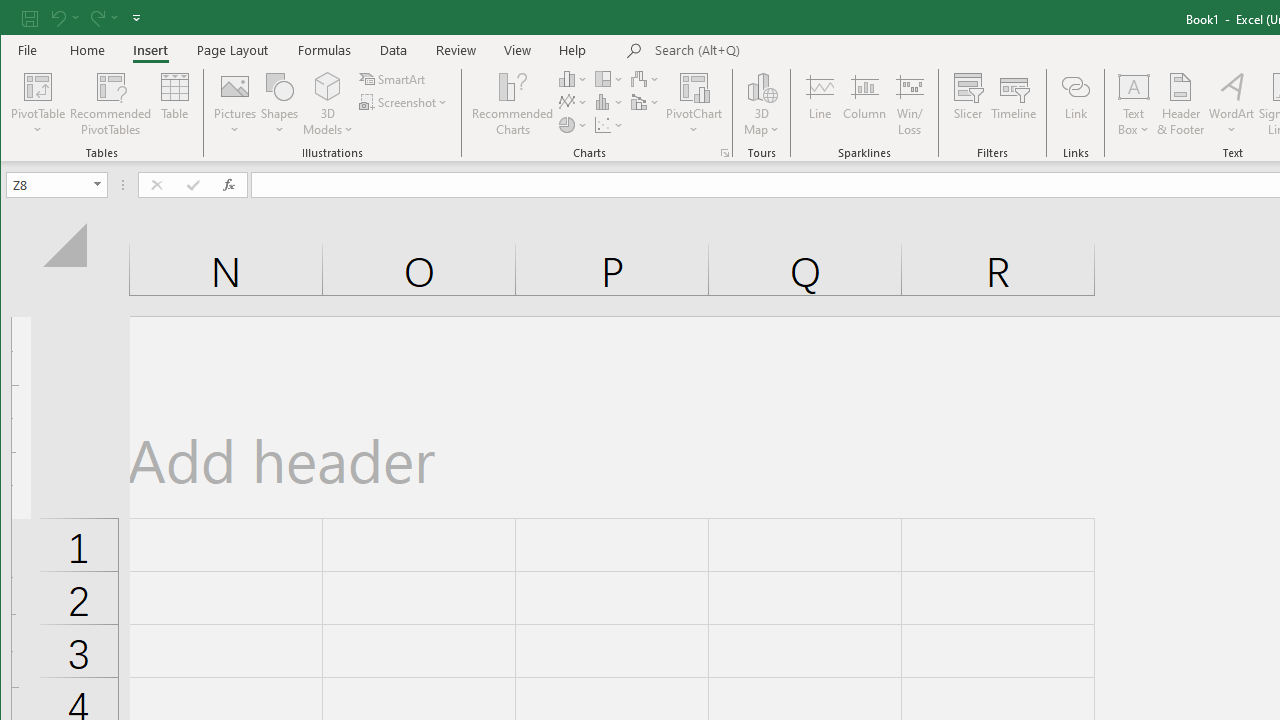  I want to click on 'Insert Column or Bar Chart', so click(572, 78).